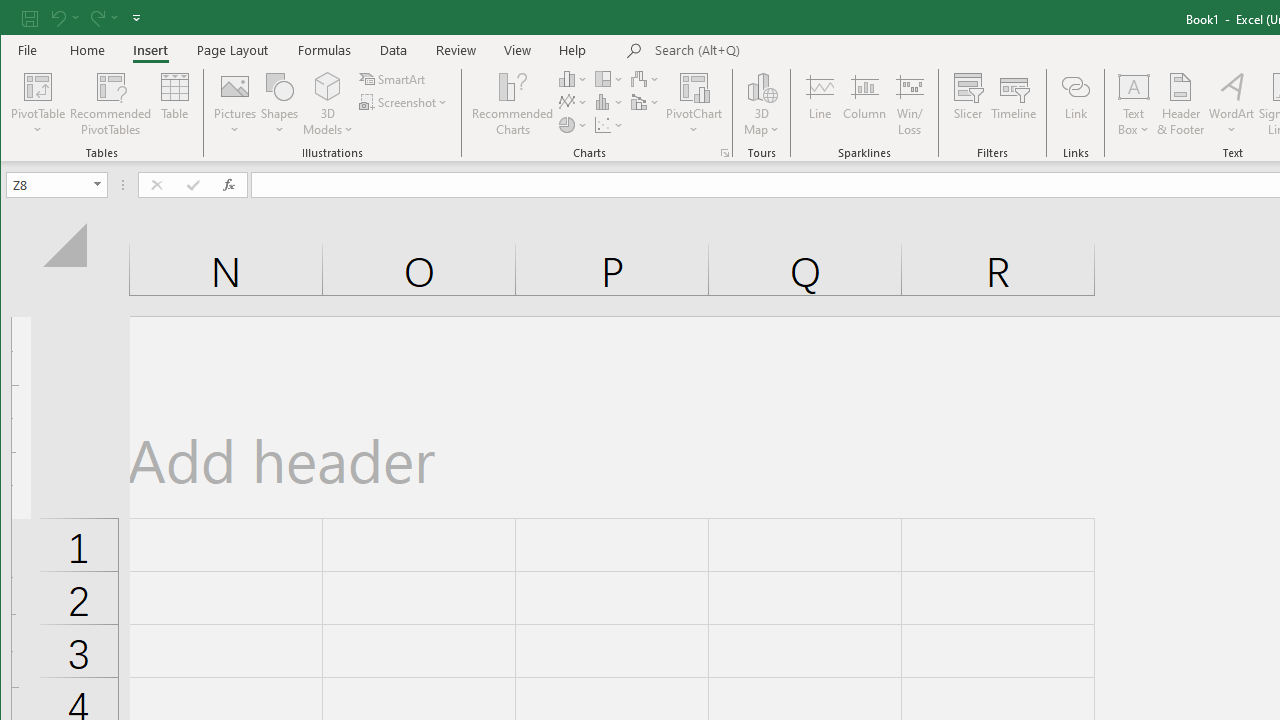  I want to click on 'Insert Column or Bar Chart', so click(572, 78).